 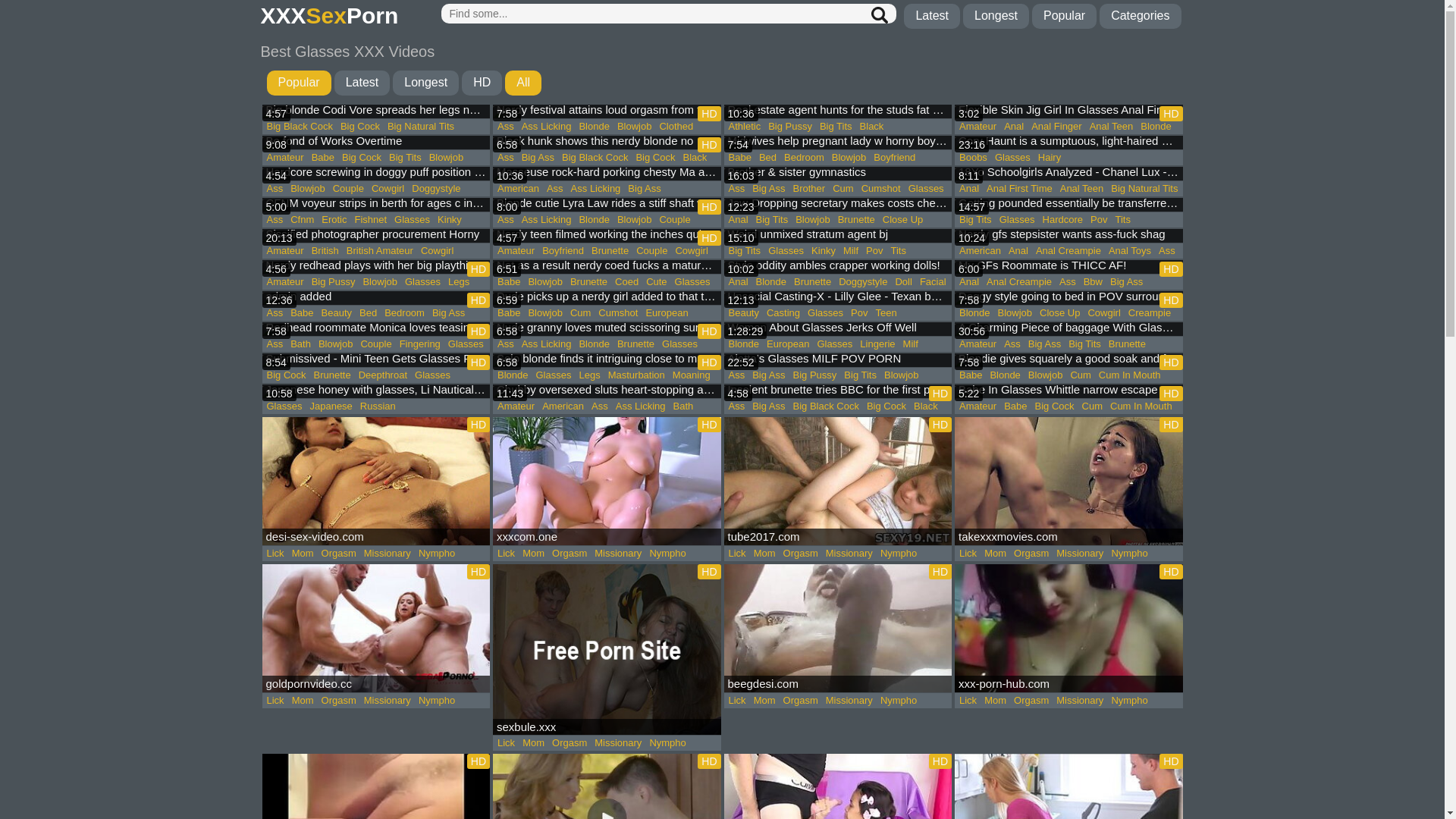 What do you see at coordinates (322, 158) in the screenshot?
I see `'Babe'` at bounding box center [322, 158].